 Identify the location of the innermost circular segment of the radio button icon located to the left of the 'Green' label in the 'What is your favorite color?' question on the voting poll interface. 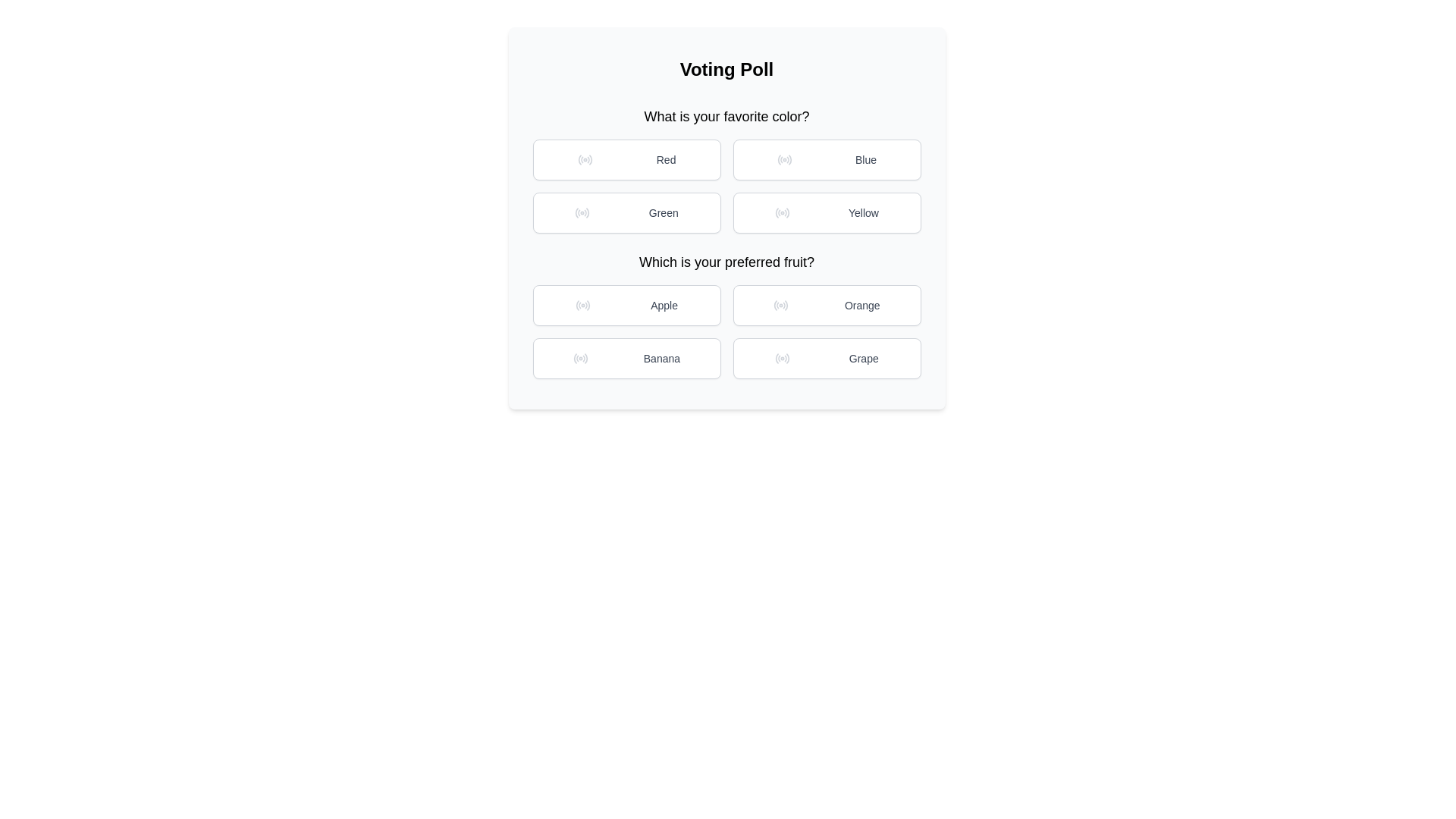
(576, 213).